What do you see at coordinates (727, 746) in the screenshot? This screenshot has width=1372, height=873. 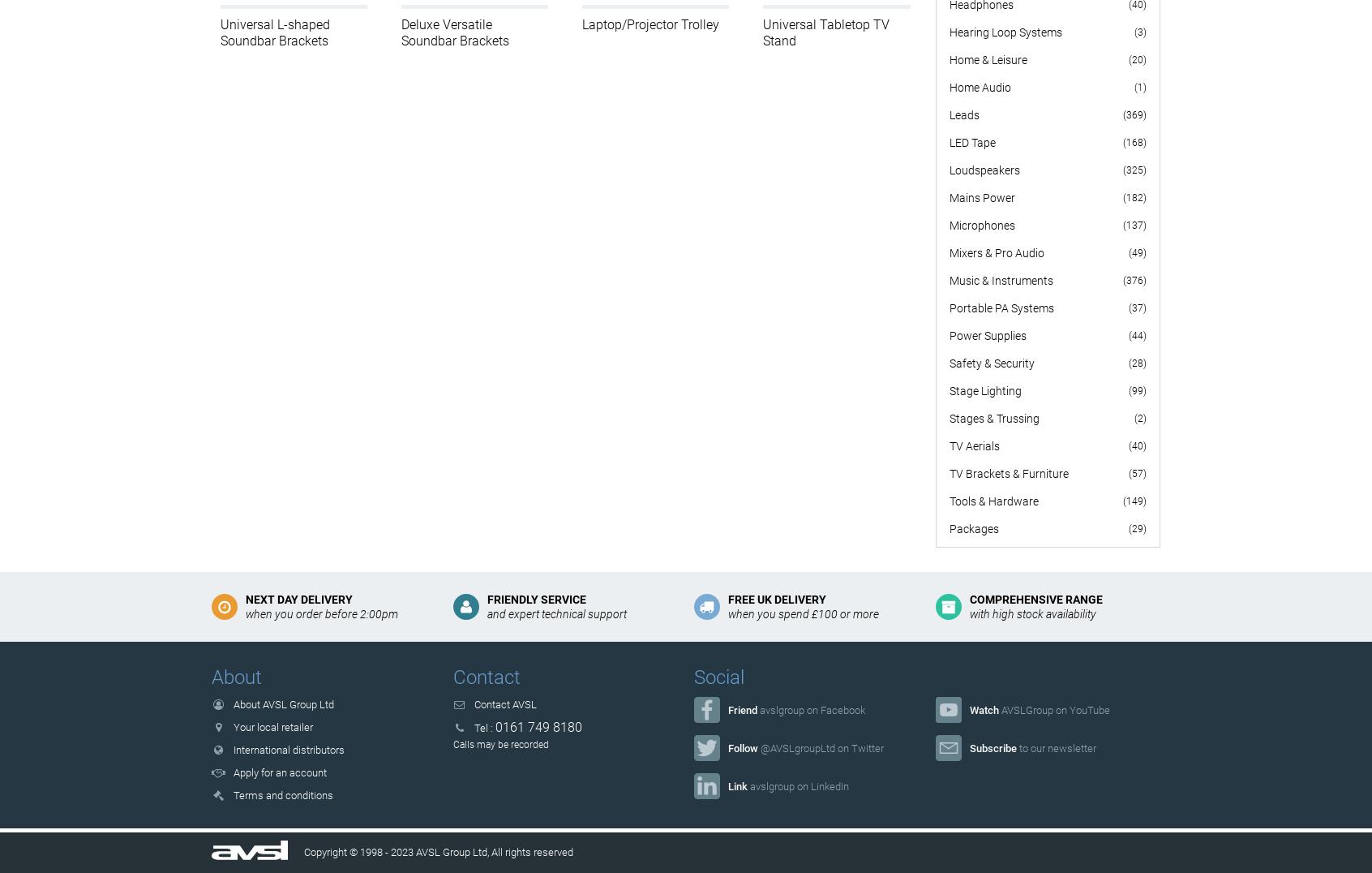 I see `'Follow'` at bounding box center [727, 746].